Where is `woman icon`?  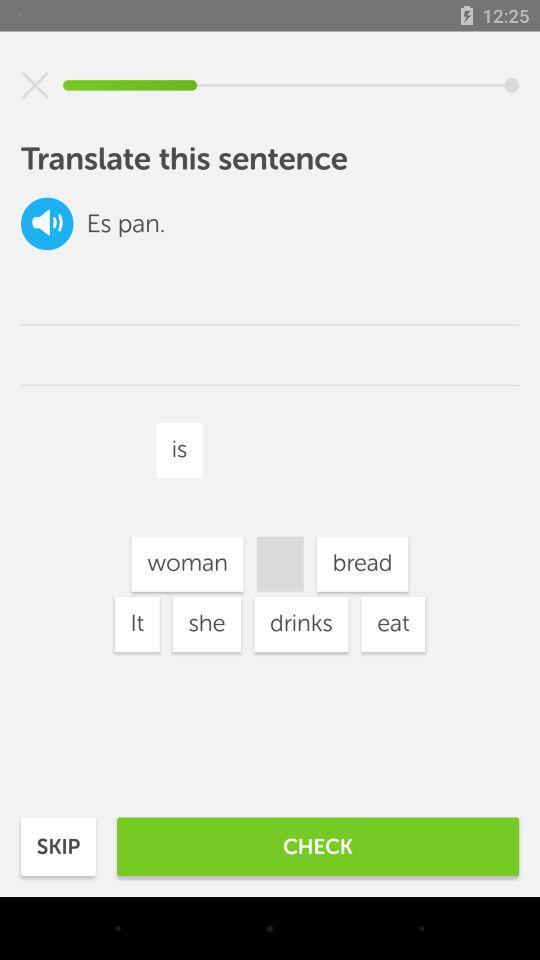
woman icon is located at coordinates (187, 564).